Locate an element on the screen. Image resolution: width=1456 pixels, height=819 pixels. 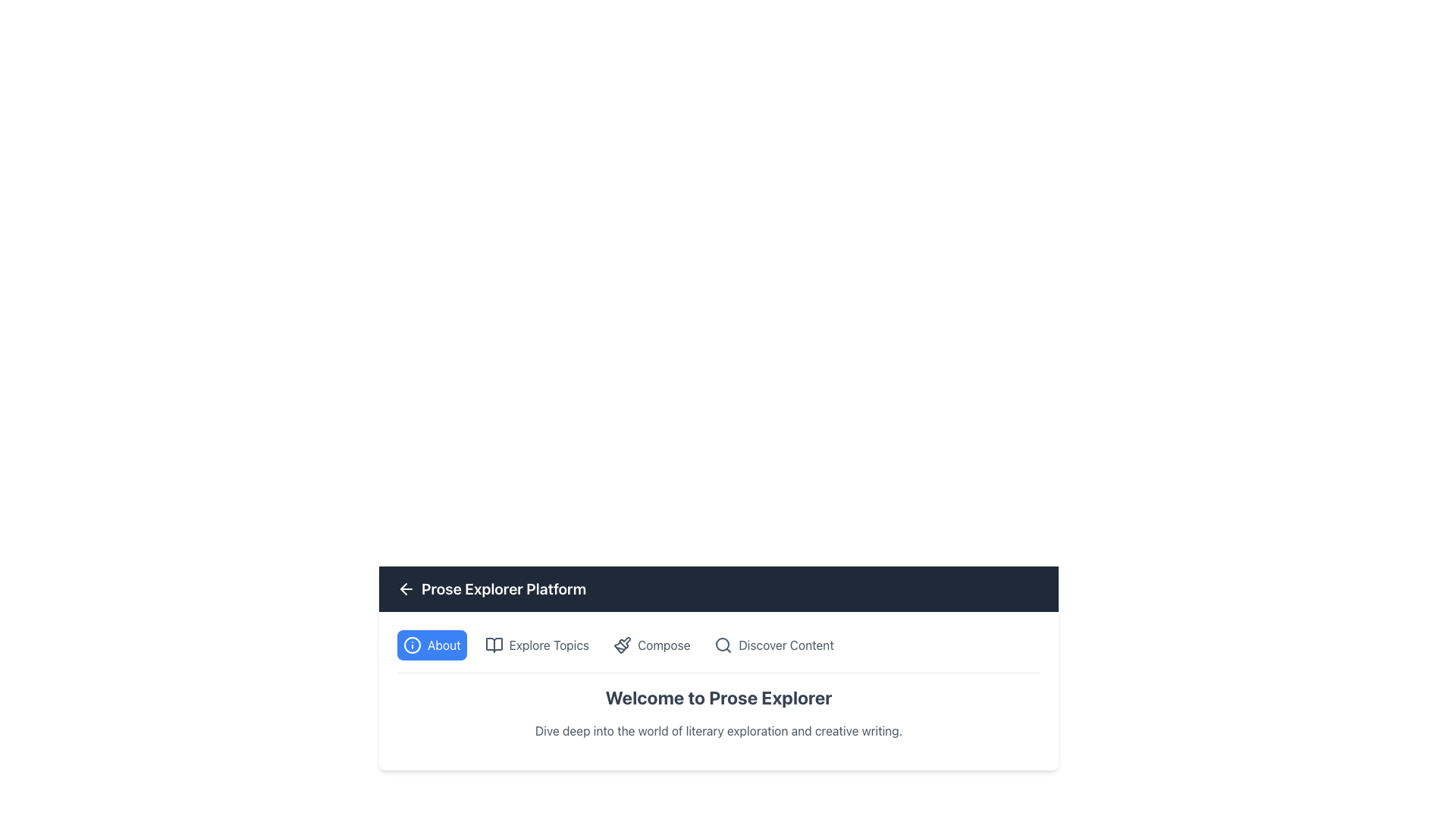
the 'Compose' text label, which is styled with a gray font and located at the end of a horizontal navigation bar is located at coordinates (664, 645).